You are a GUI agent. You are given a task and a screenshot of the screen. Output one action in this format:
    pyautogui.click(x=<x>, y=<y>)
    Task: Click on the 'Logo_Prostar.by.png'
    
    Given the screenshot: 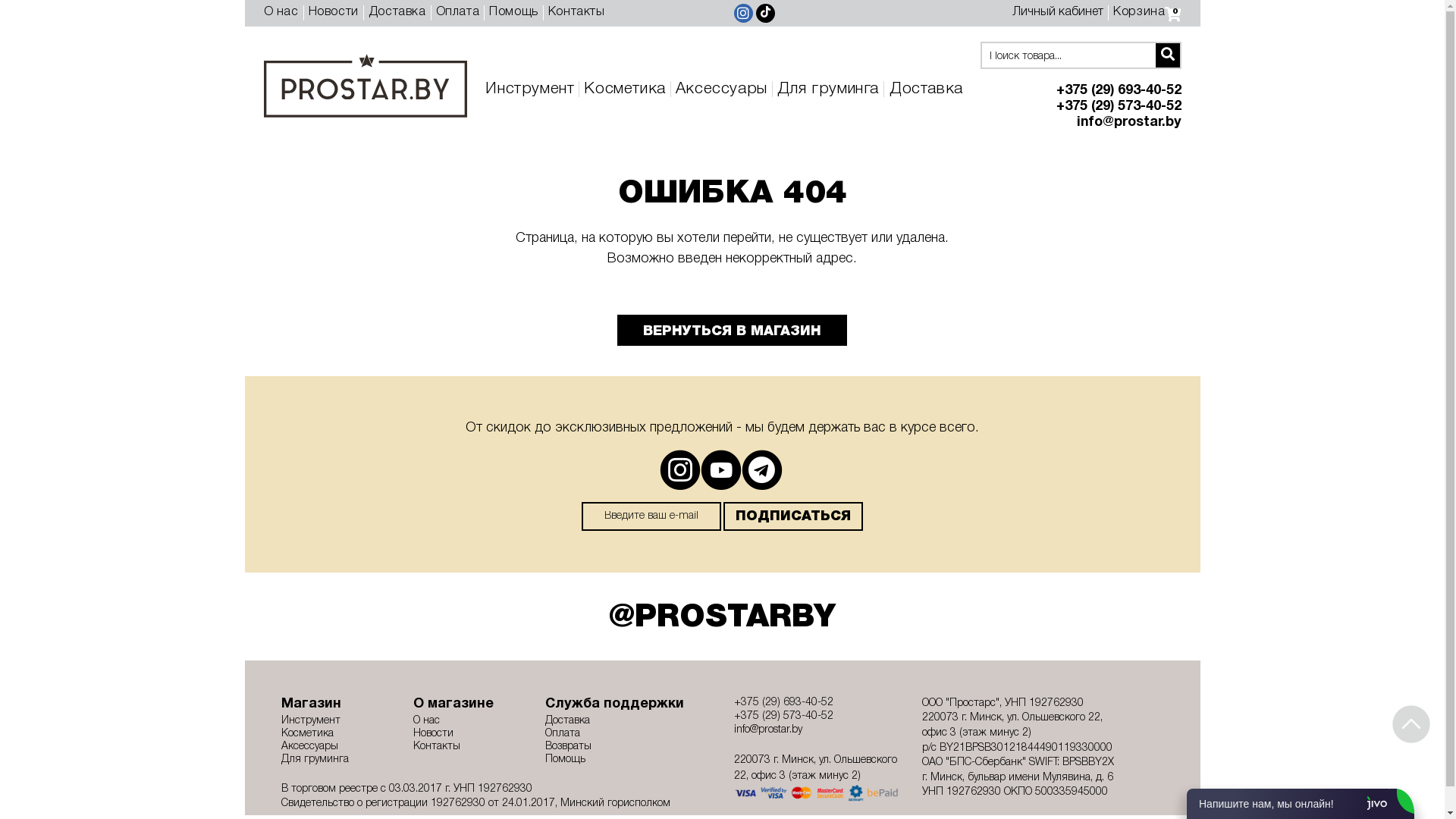 What is the action you would take?
    pyautogui.click(x=263, y=85)
    